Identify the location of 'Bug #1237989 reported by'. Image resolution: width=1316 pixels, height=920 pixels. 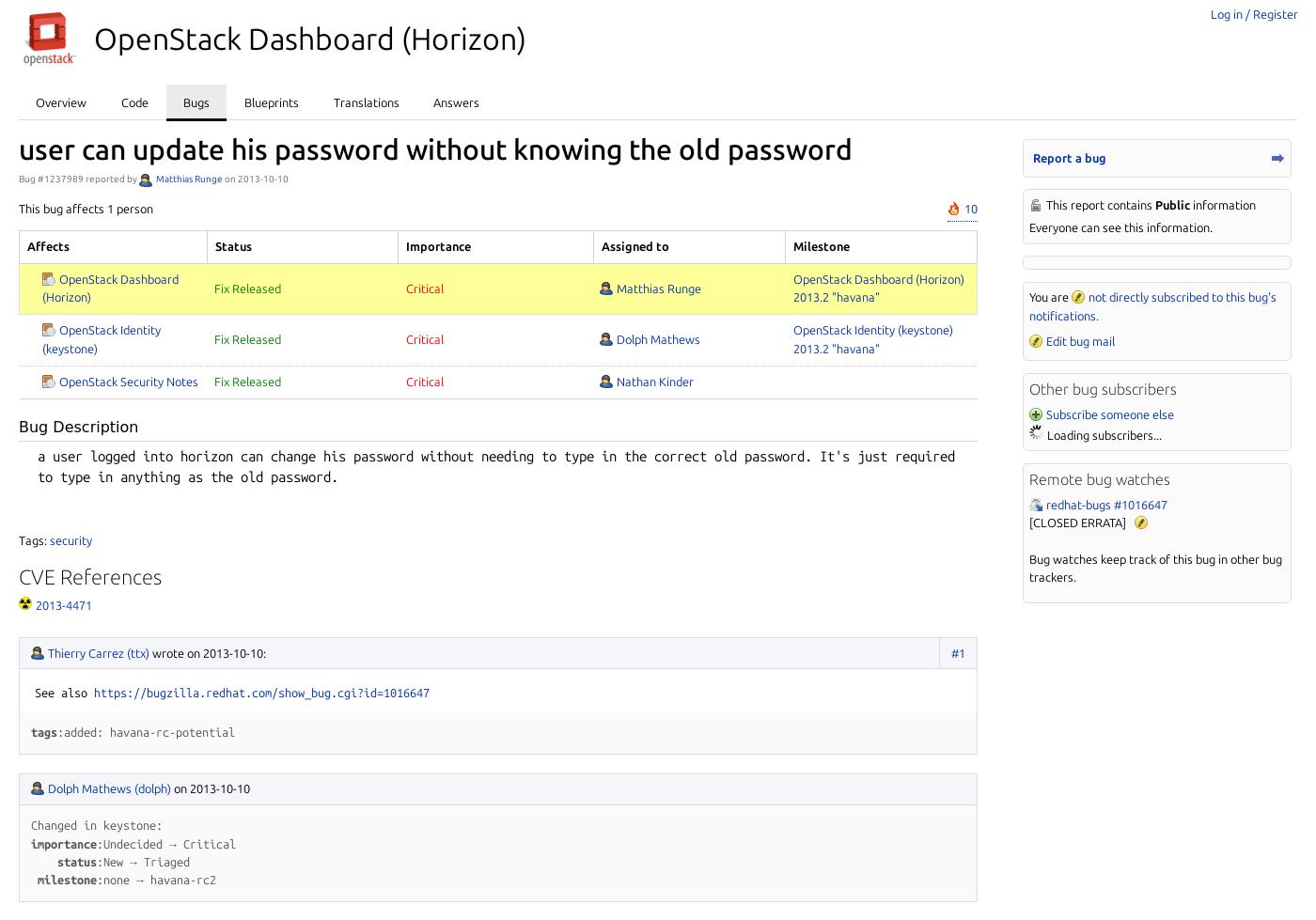
(79, 178).